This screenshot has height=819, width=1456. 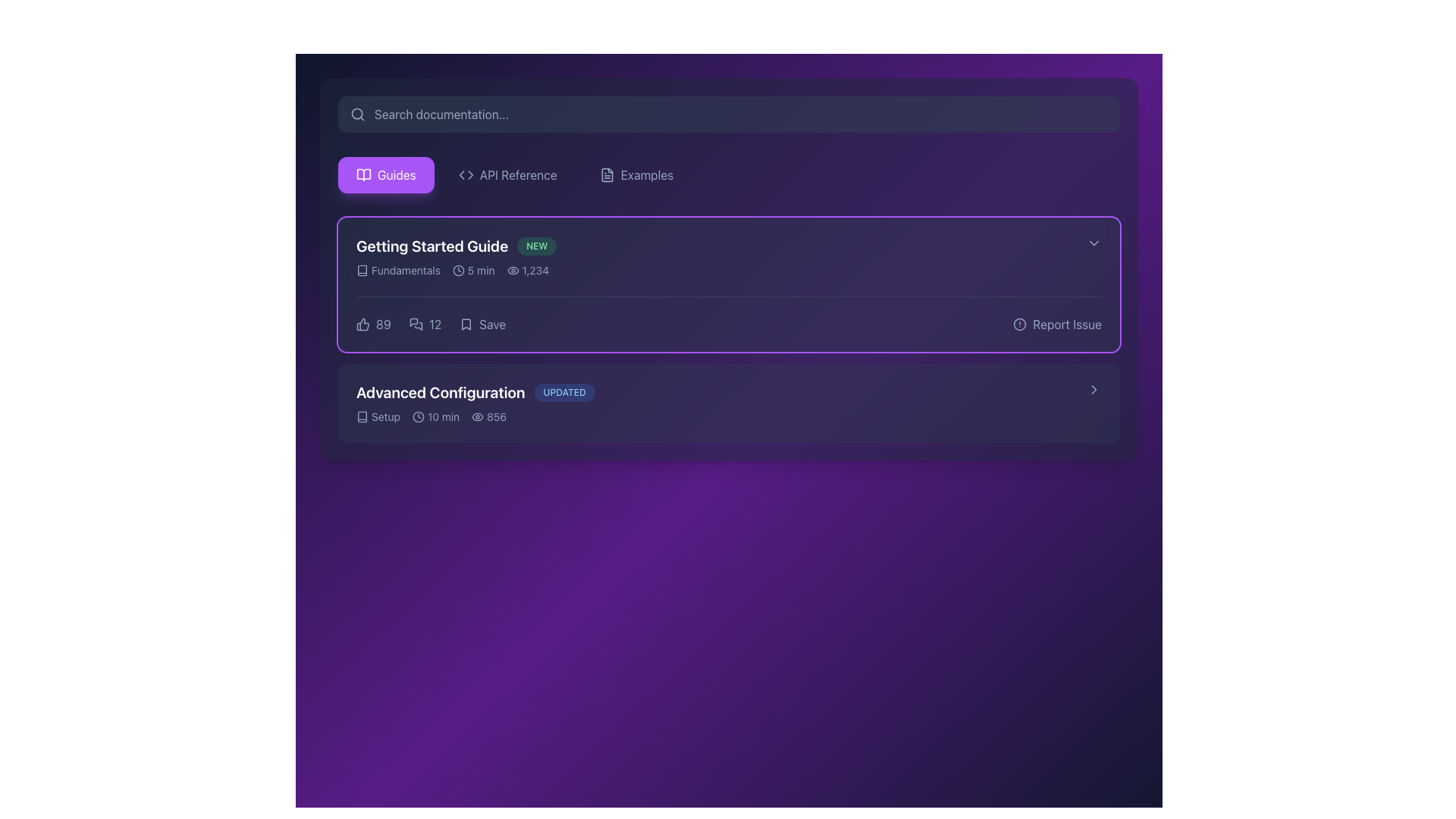 What do you see at coordinates (607, 174) in the screenshot?
I see `the 'Examples' SVG icon in the navigation bar` at bounding box center [607, 174].